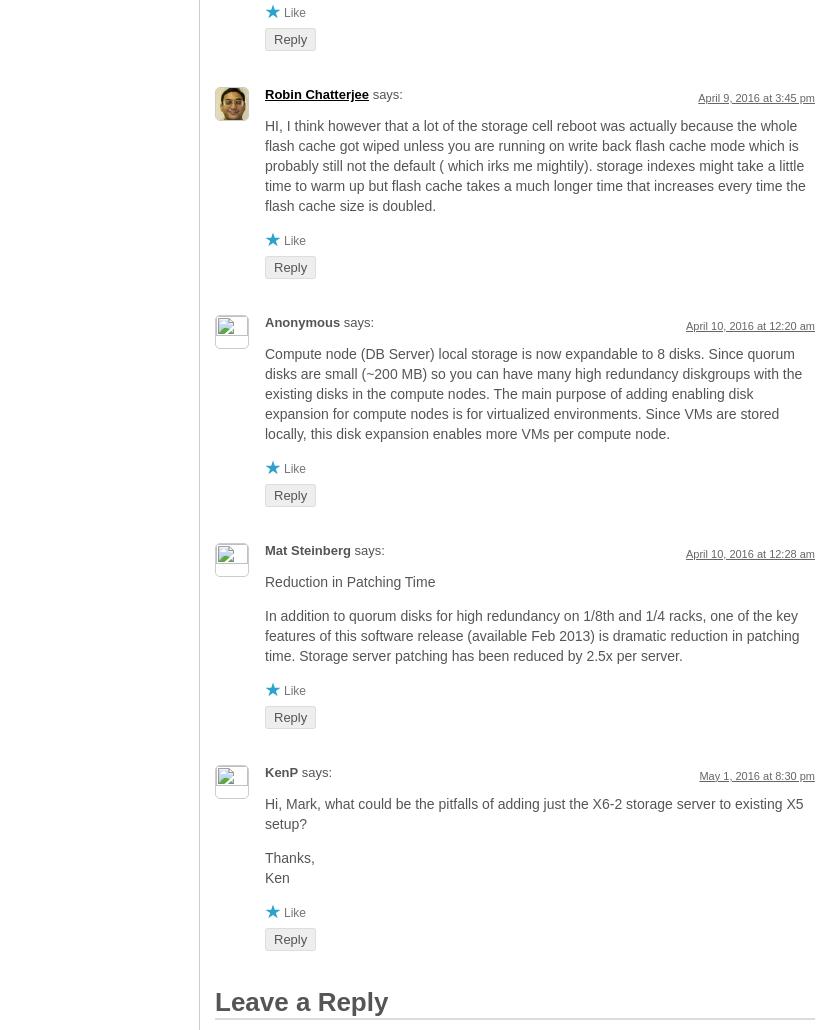 This screenshot has width=830, height=1030. Describe the element at coordinates (535, 164) in the screenshot. I see `'HI, I think however that a lot of the storage cell reboot was actually because the whole flash cache got  wiped unless you are running on write back flash cache mode which is probably still not the default ( which irks me mightily). storage indexes might take a little time to warm up but flash cache takes a much longer time that increases every time the flash cache size is doubled.'` at that location.